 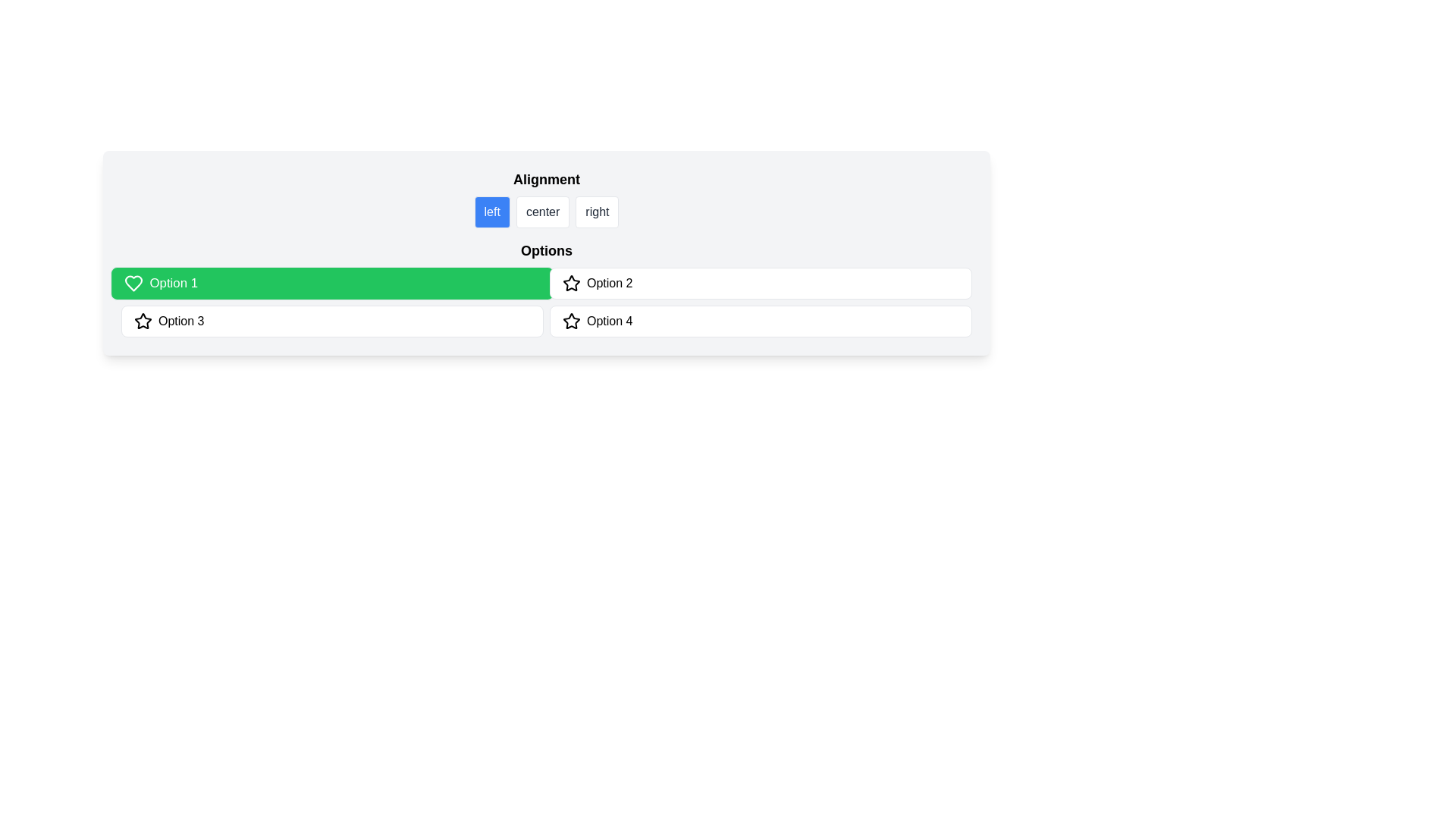 I want to click on the 'Option 4' button located at the bottom-right corner of the two-by-two grid of options, so click(x=761, y=321).